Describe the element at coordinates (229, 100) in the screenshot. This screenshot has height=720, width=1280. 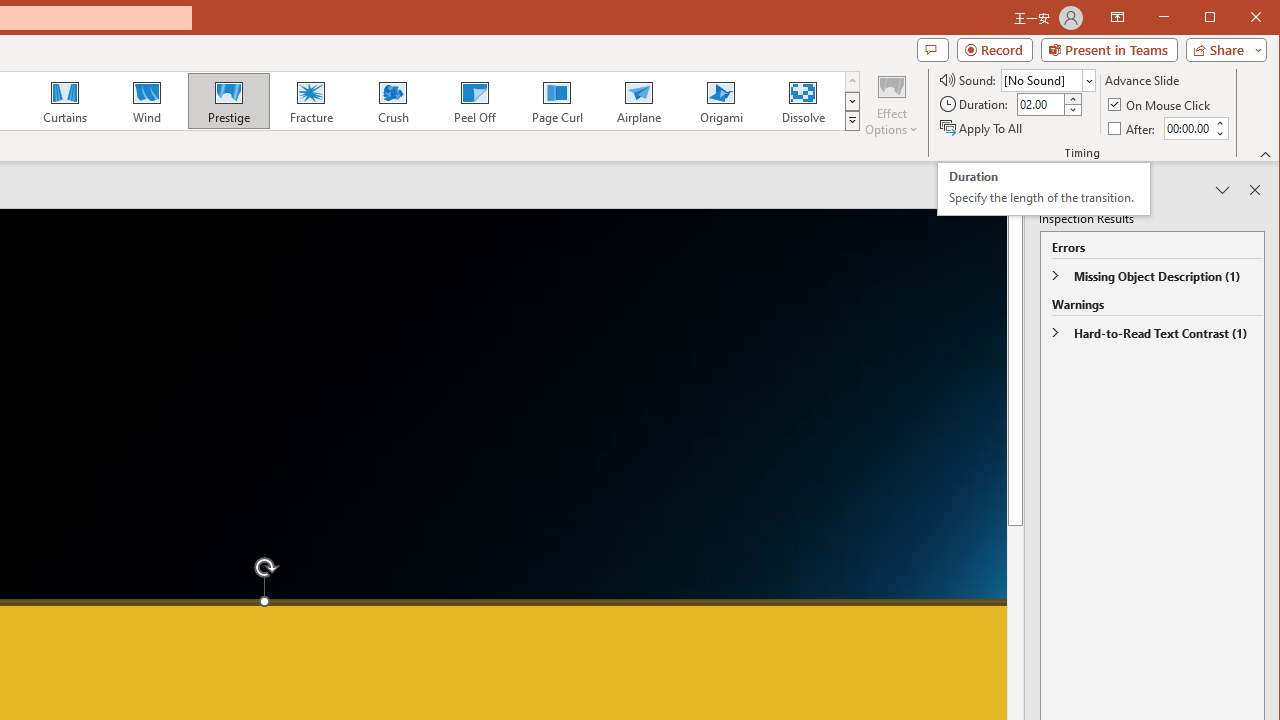
I see `'Prestige'` at that location.